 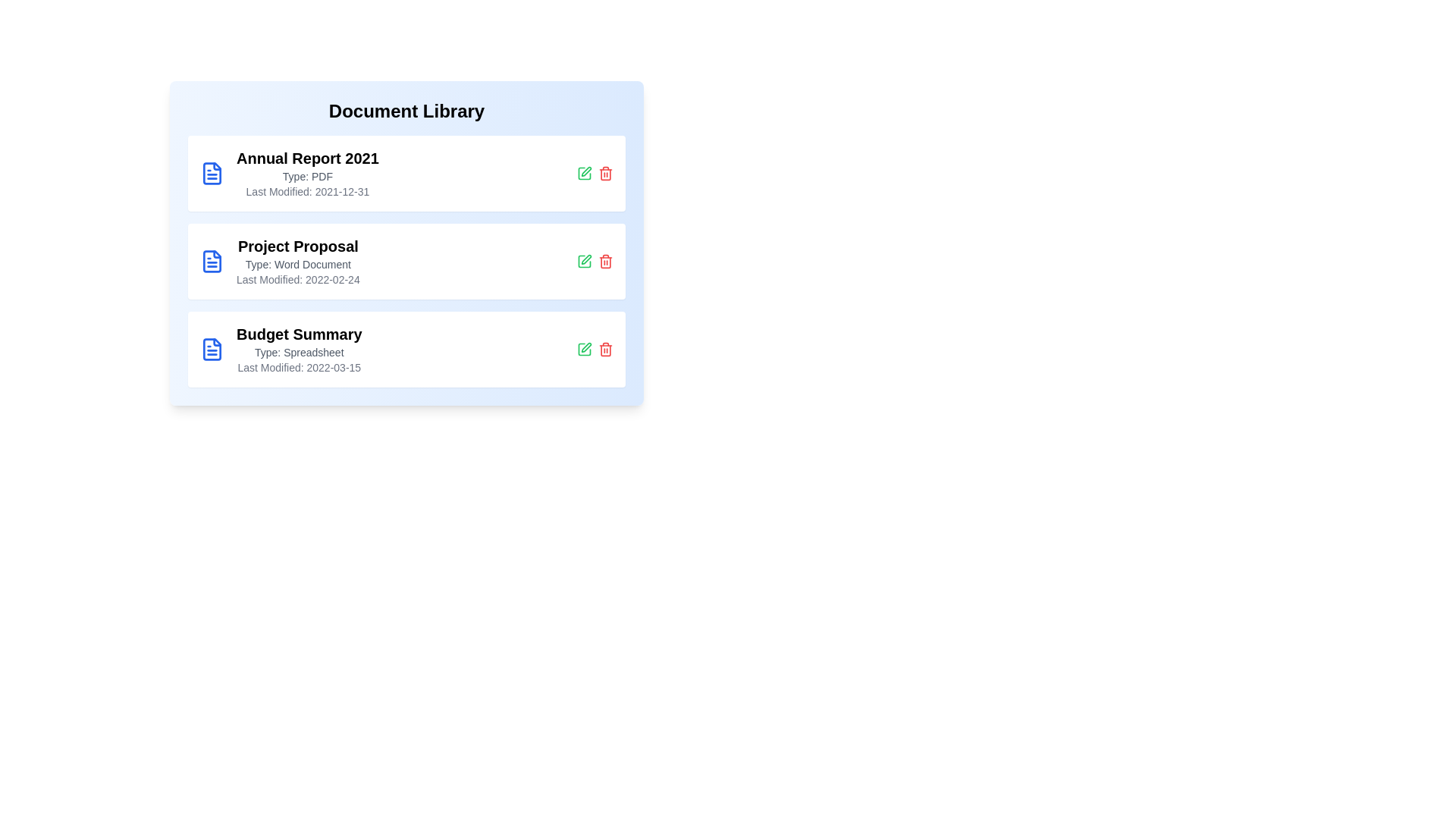 What do you see at coordinates (584, 260) in the screenshot?
I see `the edit button for the document titled 'Project Proposal'` at bounding box center [584, 260].